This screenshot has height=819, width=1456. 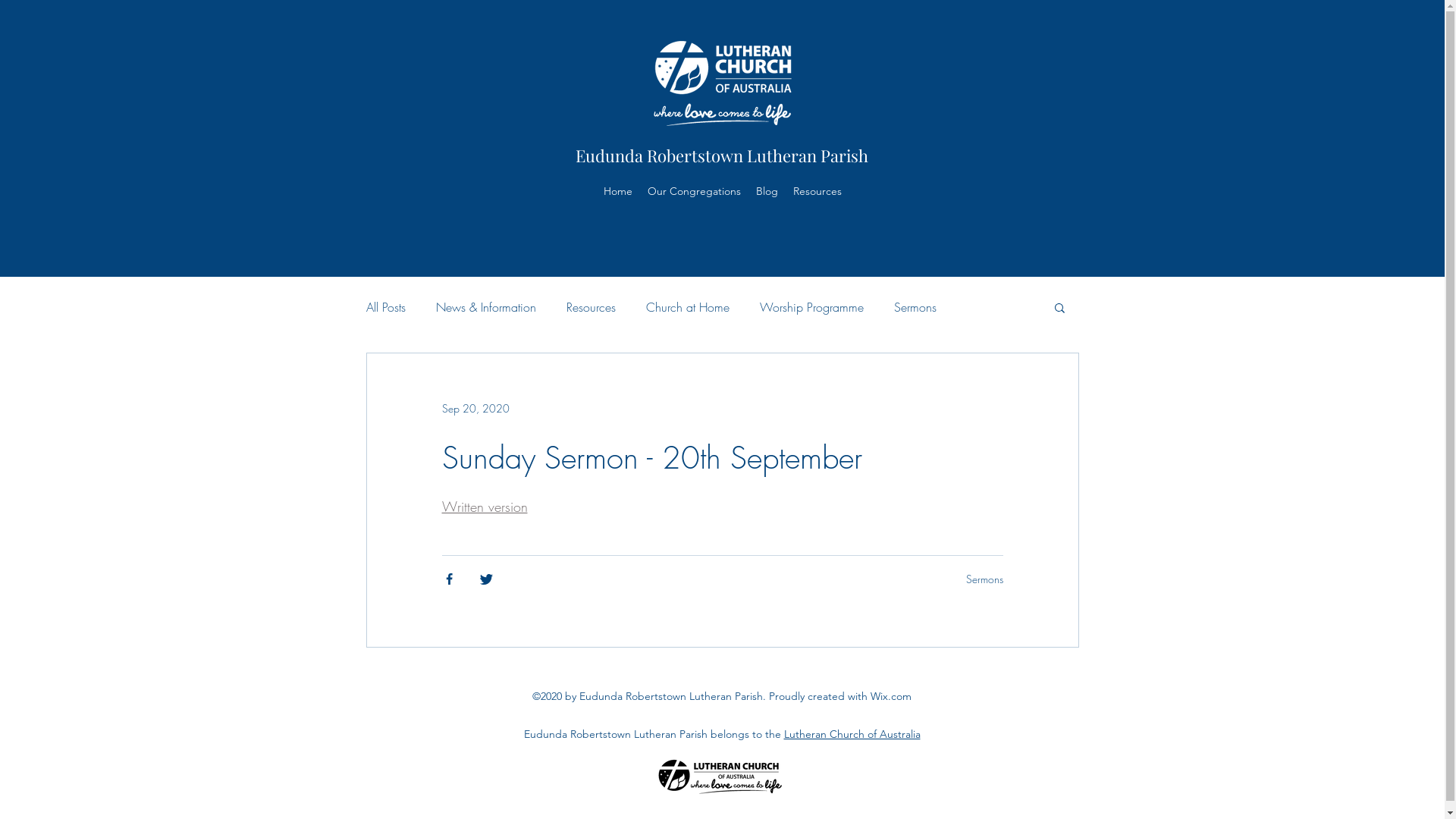 I want to click on 'Worship Programme', so click(x=811, y=307).